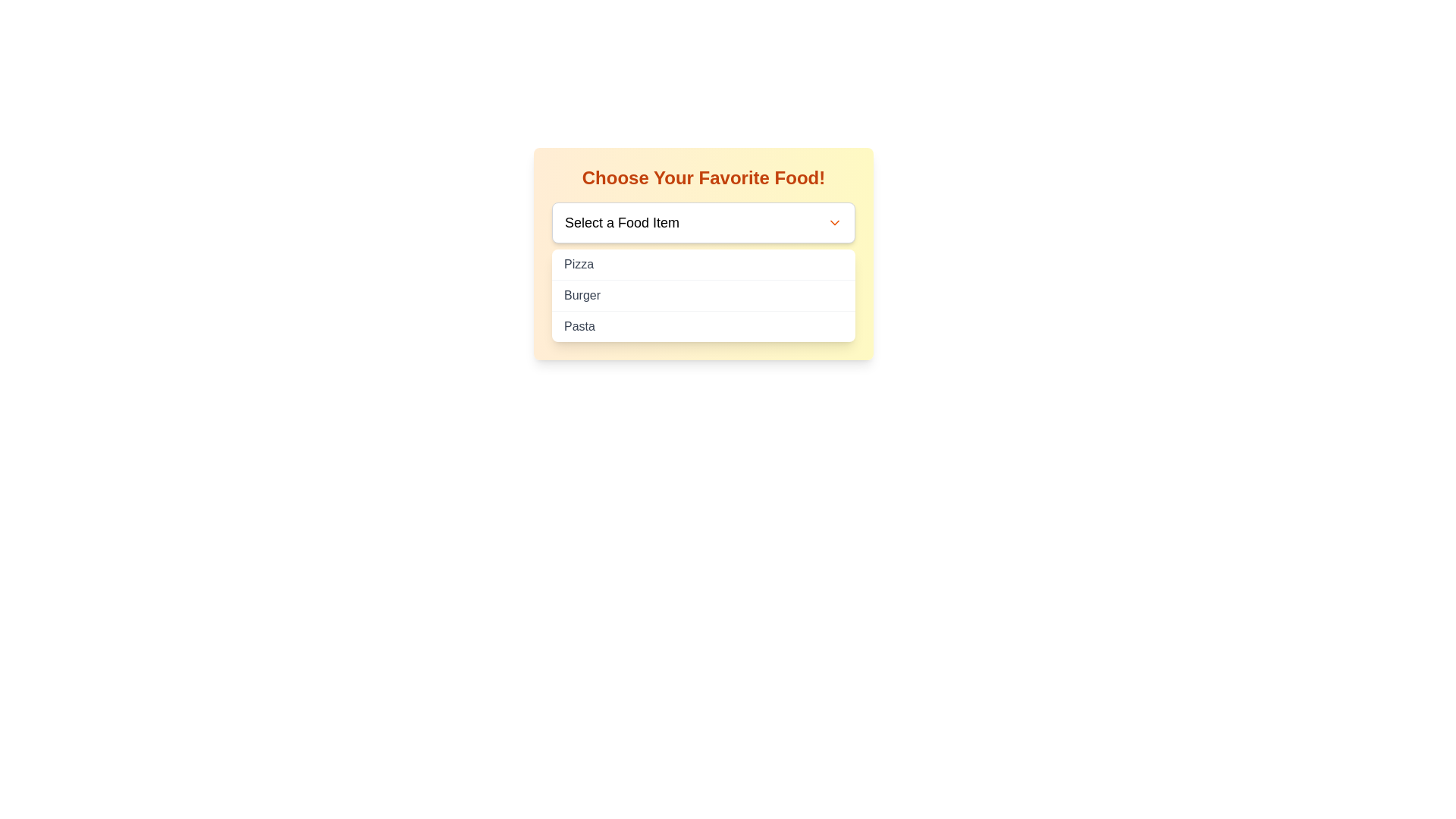  Describe the element at coordinates (833, 222) in the screenshot. I see `the orange chevron-down dropdown toggle icon located to the far right of the 'Select a Food Item' input box` at that location.